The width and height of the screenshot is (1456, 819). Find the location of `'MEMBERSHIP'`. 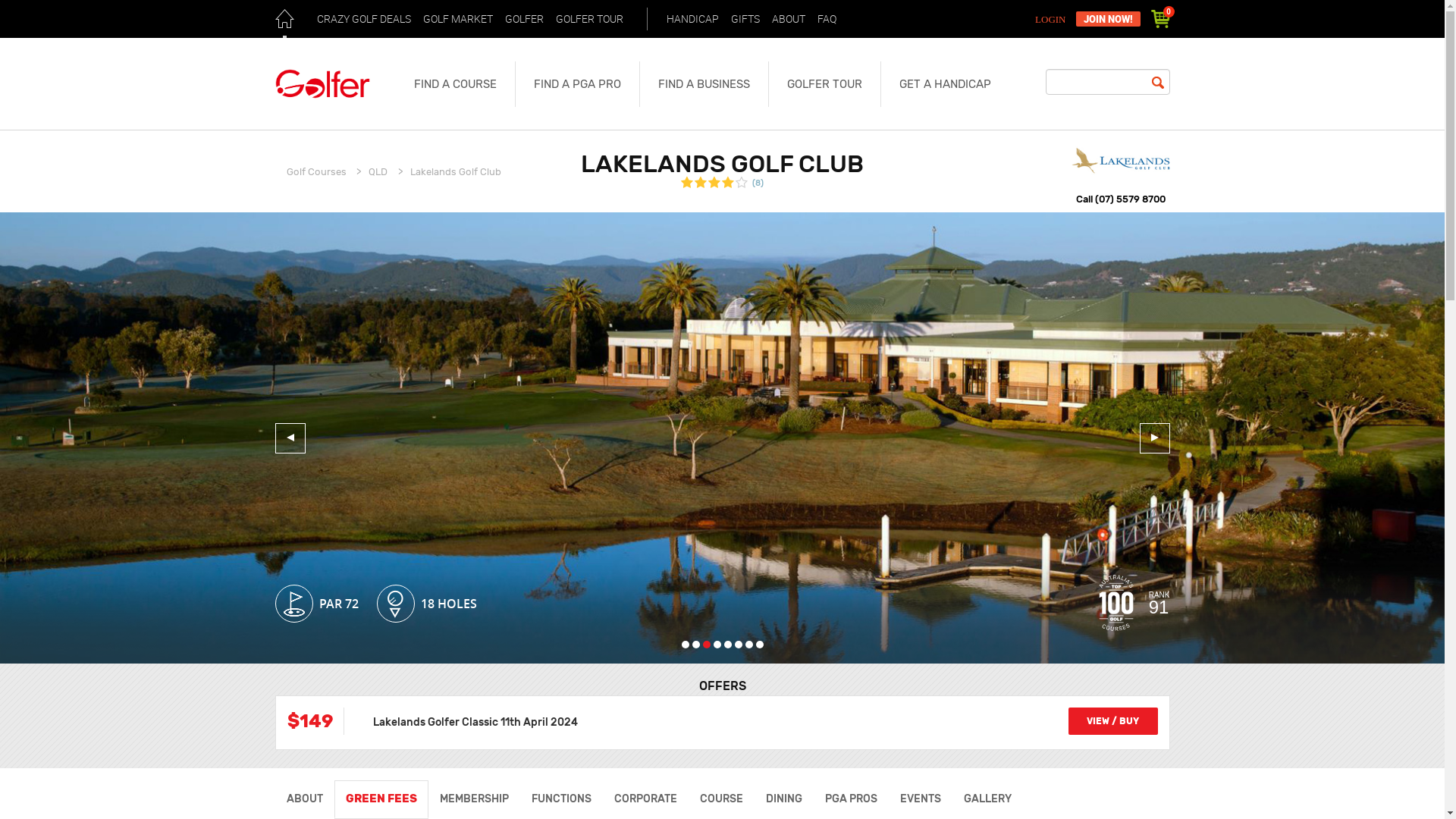

'MEMBERSHIP' is located at coordinates (472, 798).